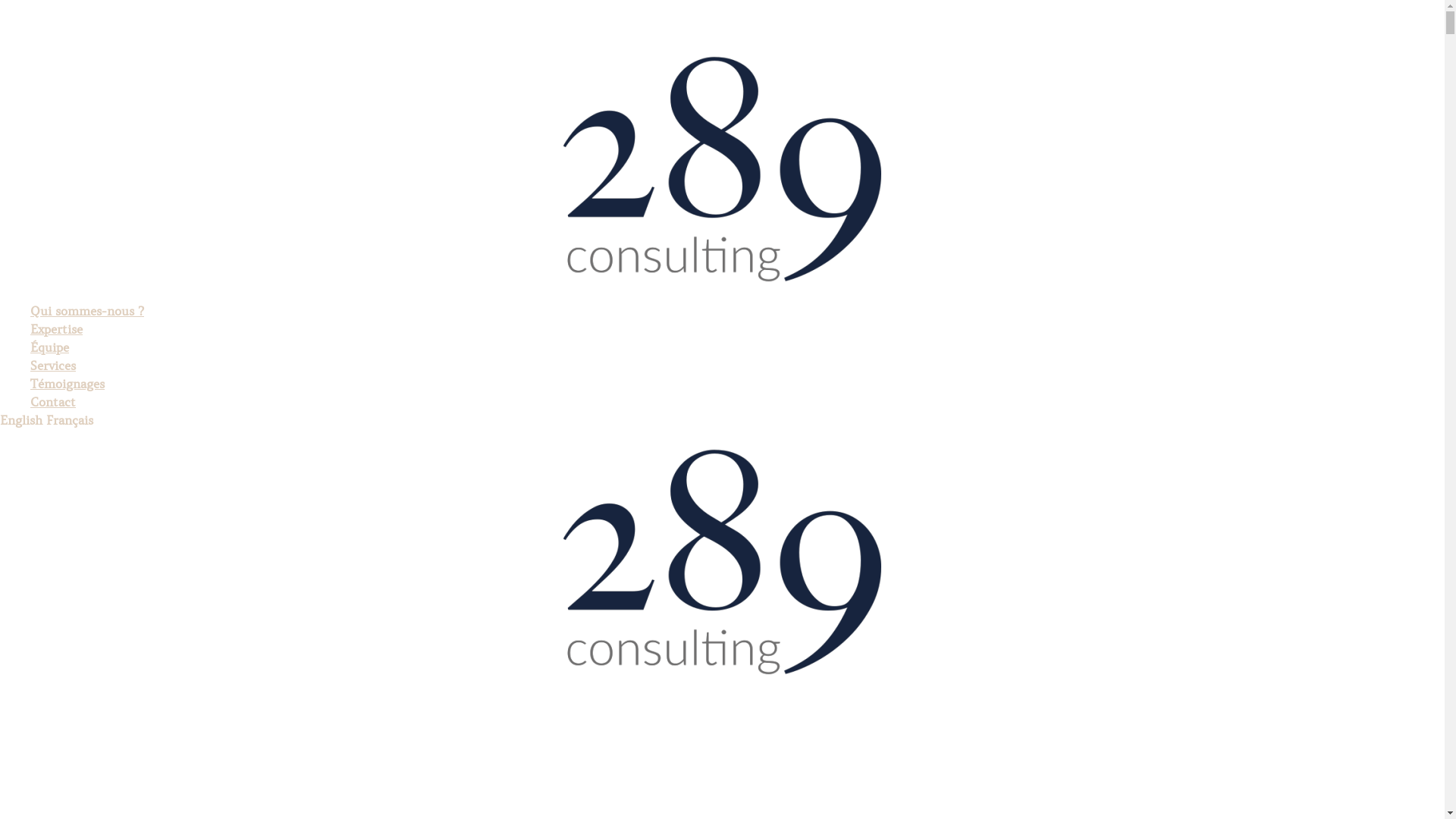 The height and width of the screenshot is (819, 1456). Describe the element at coordinates (0, 0) in the screenshot. I see `'Aller au contenu'` at that location.